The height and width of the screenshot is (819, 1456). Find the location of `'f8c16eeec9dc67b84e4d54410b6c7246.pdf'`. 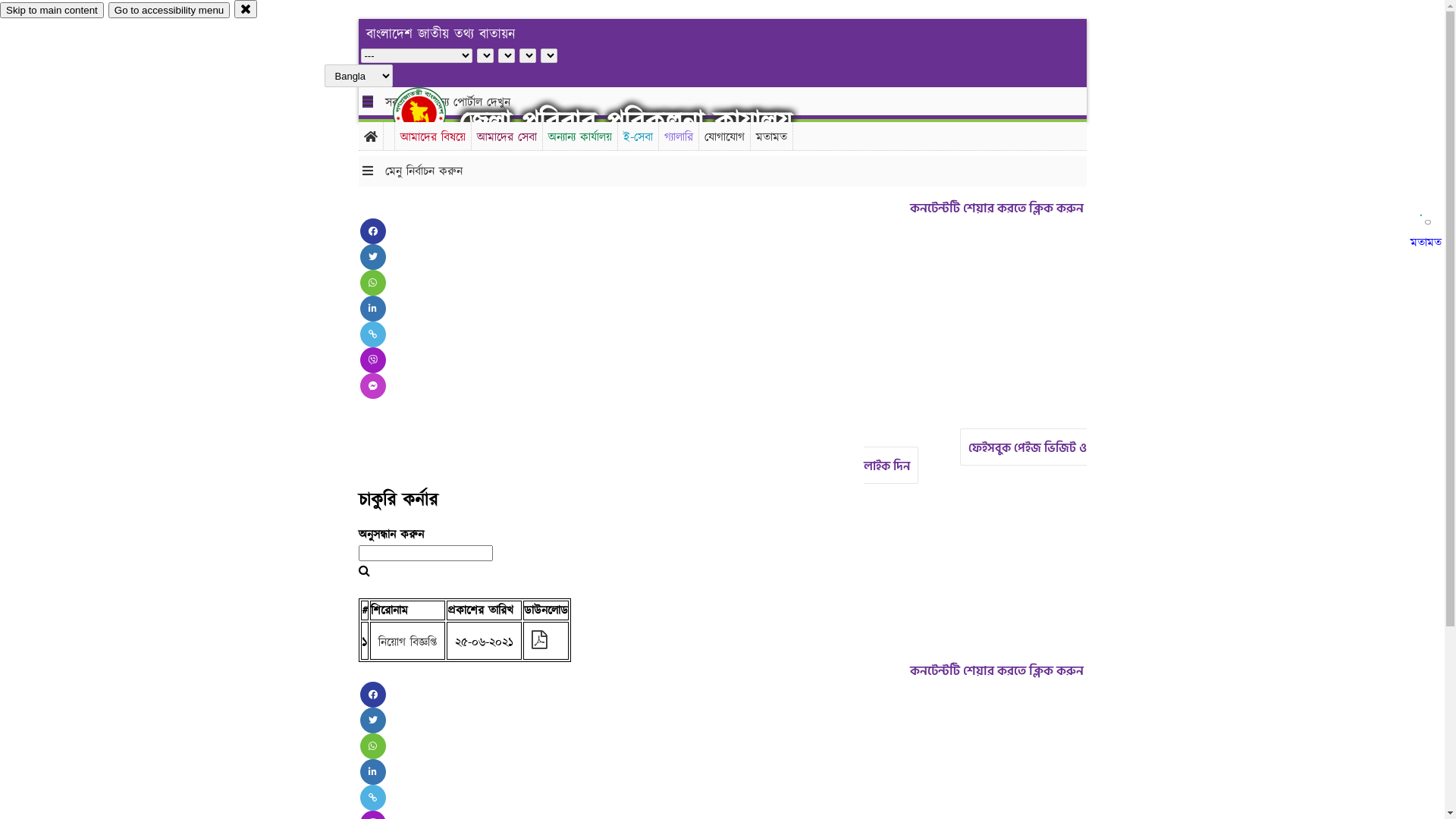

'f8c16eeec9dc67b84e4d54410b6c7246.pdf' is located at coordinates (538, 642).